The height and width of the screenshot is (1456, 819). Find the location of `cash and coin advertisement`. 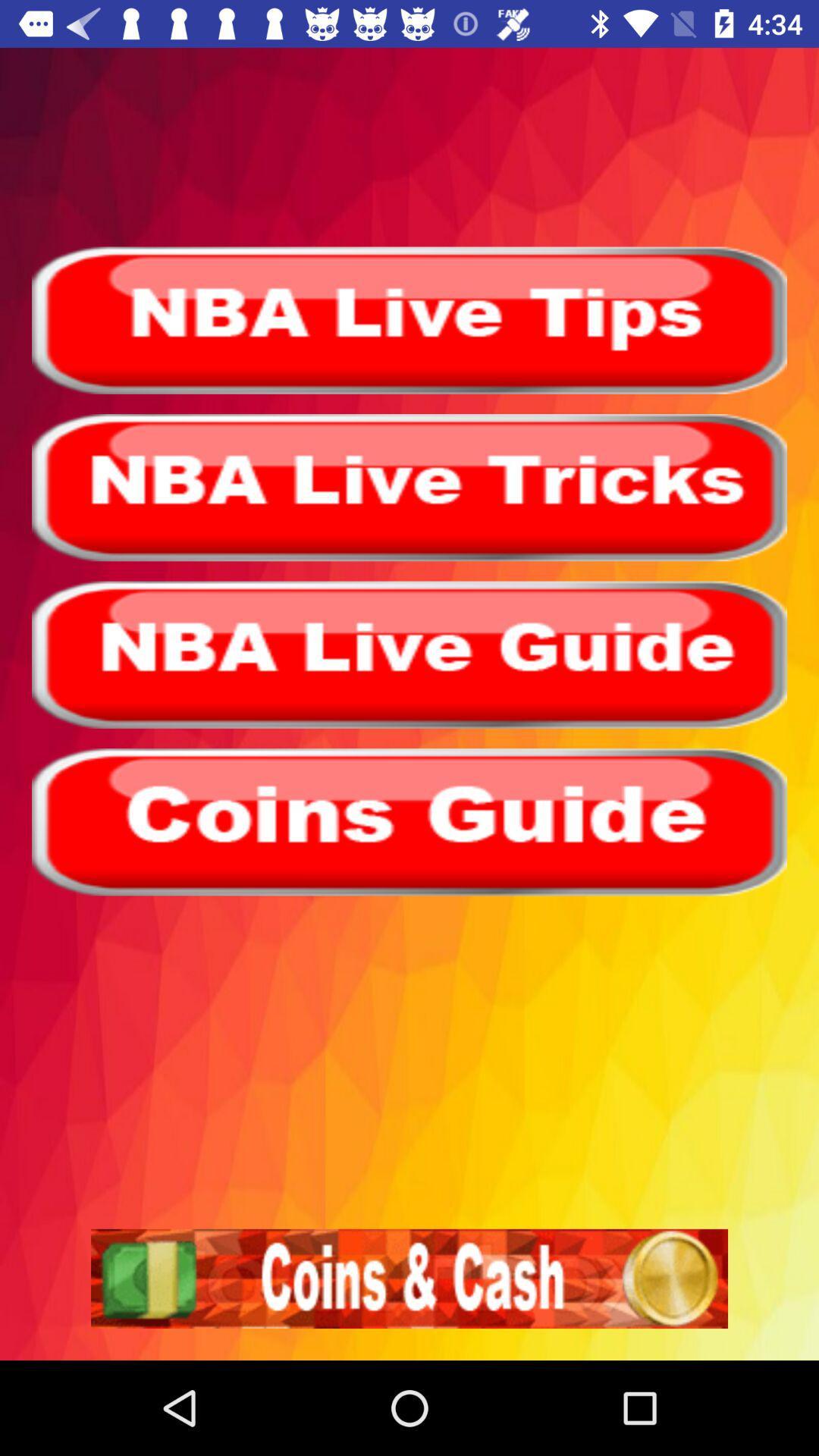

cash and coin advertisement is located at coordinates (409, 1278).